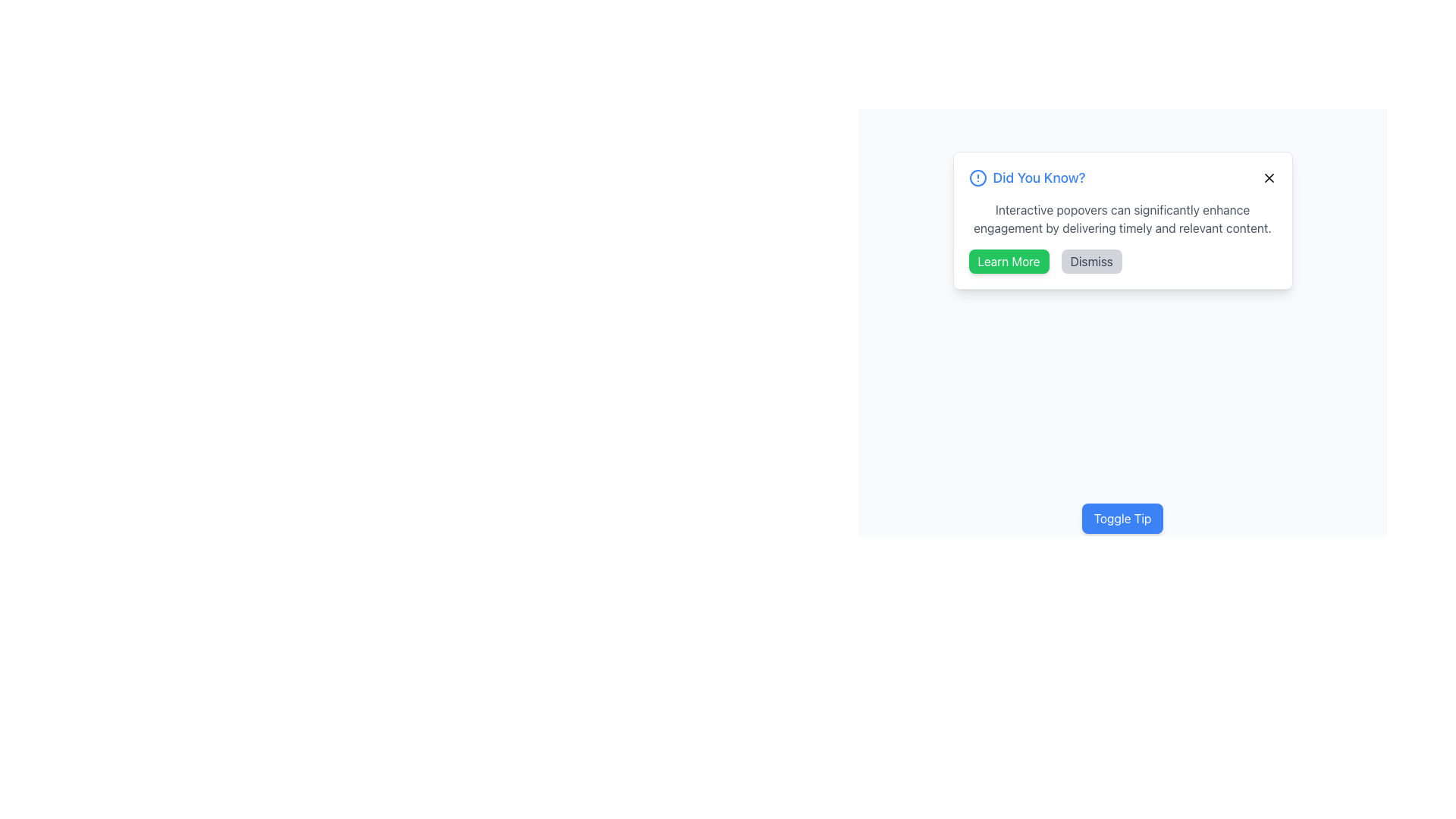 The height and width of the screenshot is (819, 1456). Describe the element at coordinates (977, 177) in the screenshot. I see `the circle icon, which is part of an SVG graphic, located near the left edge of the dialog box's title section, to the left of the 'Did You Know?' text` at that location.